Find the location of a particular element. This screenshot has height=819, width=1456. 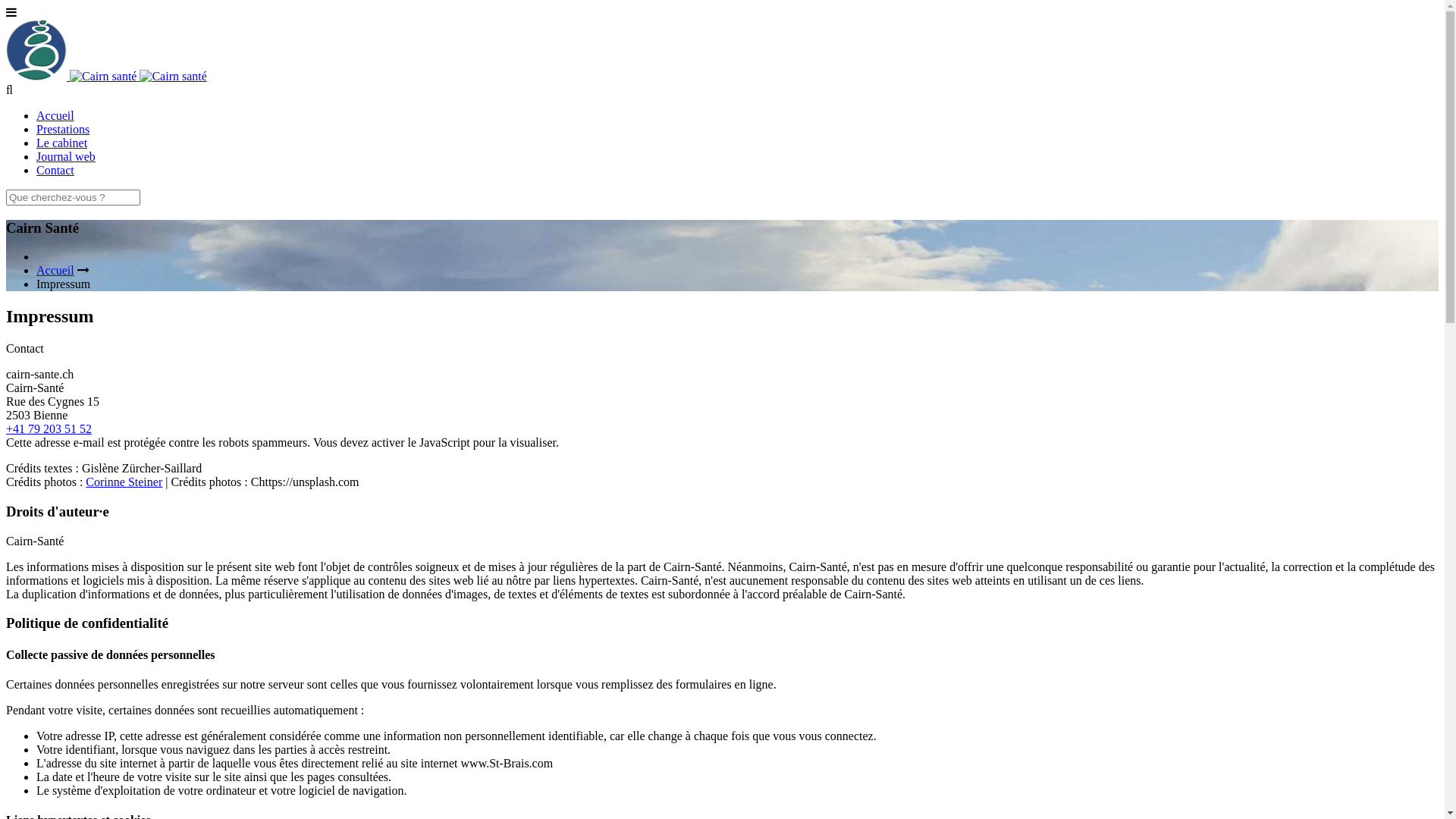

'Journal web' is located at coordinates (64, 156).